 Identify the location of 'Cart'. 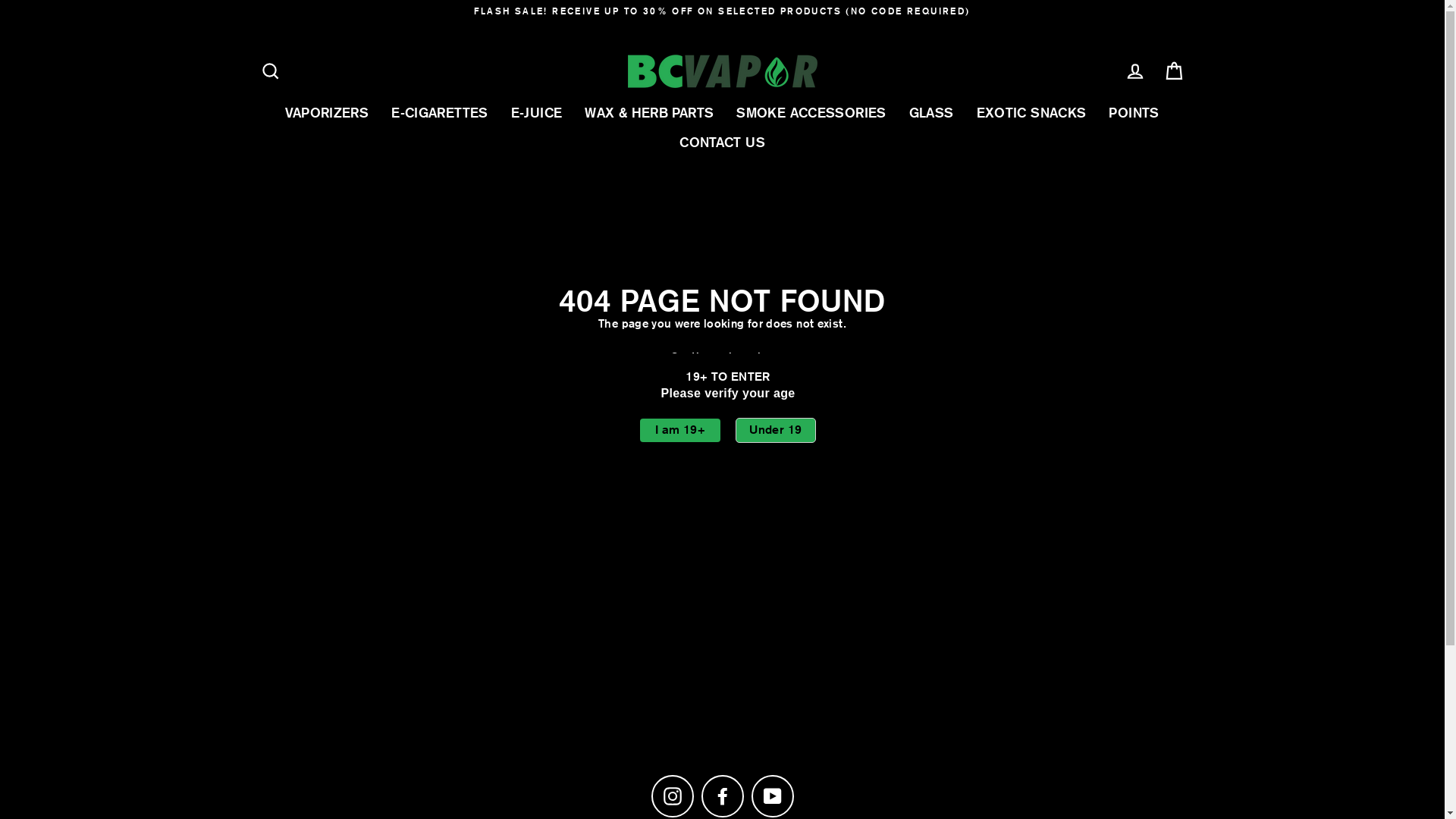
(1173, 71).